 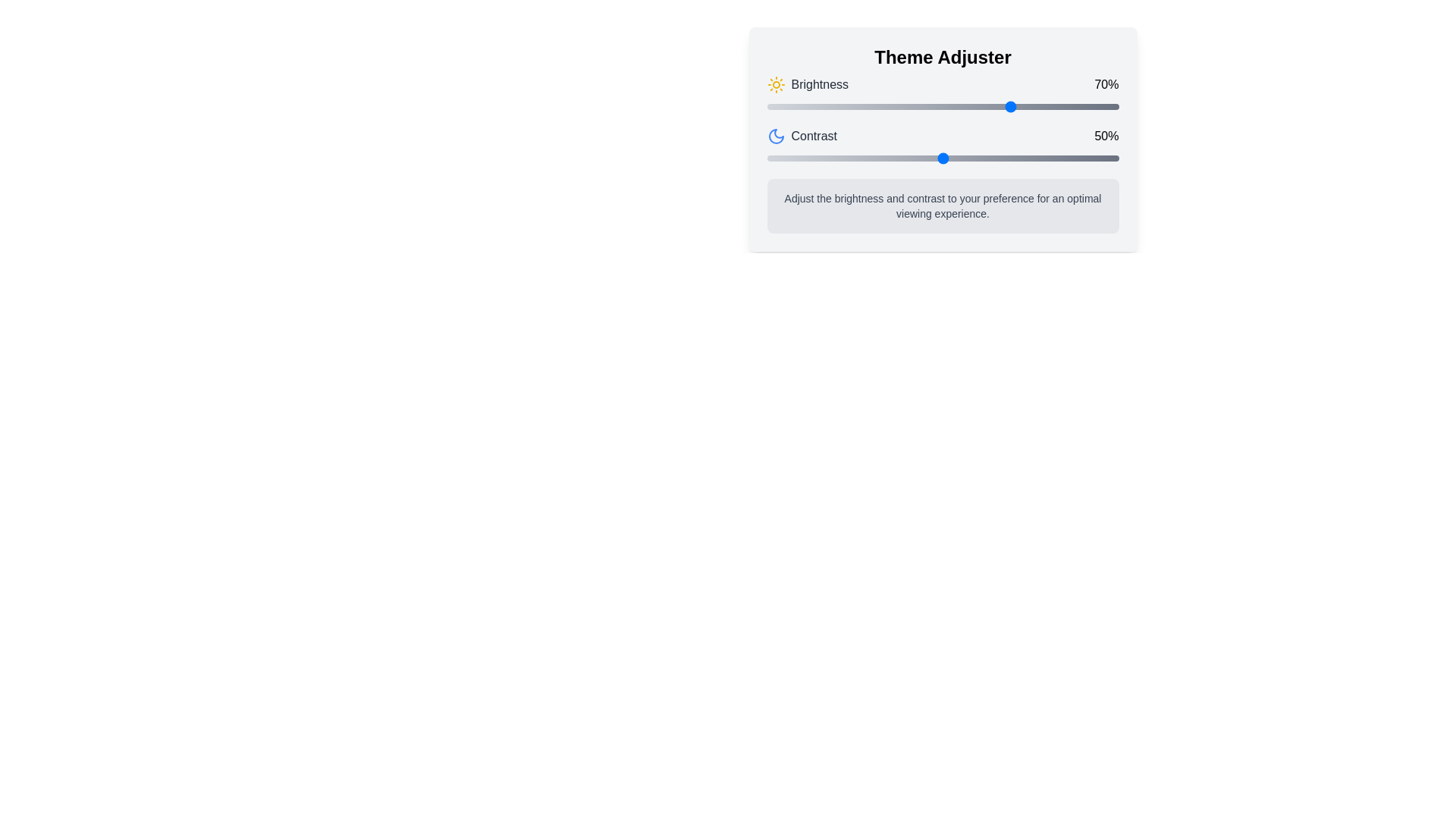 I want to click on the text display indicating '50%' that is part of the contrast adjustment section, positioned to the right of the contrast slider and label, so click(x=1106, y=136).